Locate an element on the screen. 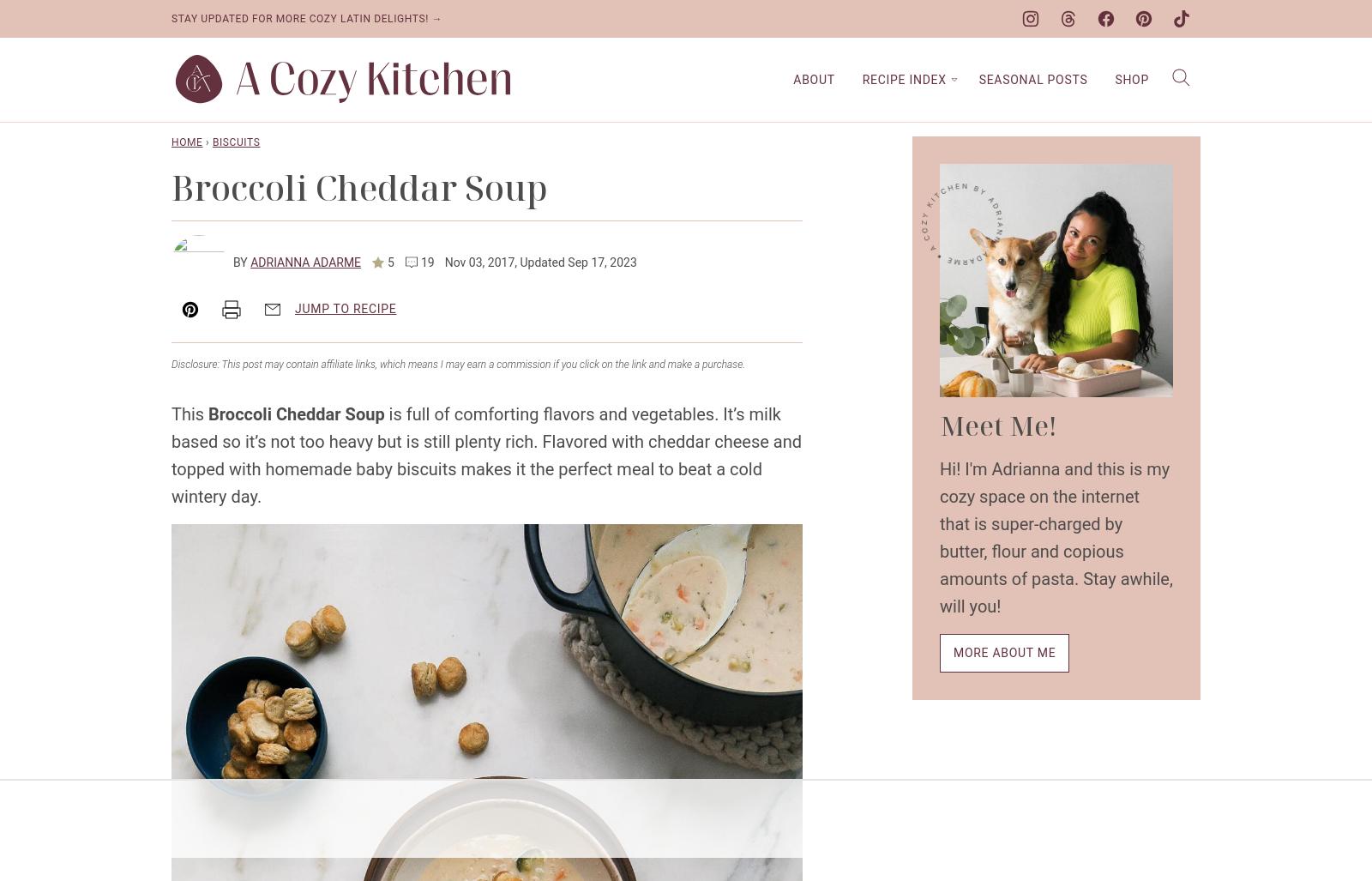 Image resolution: width=1372 pixels, height=881 pixels. 'Adrianna Adarme' is located at coordinates (305, 261).